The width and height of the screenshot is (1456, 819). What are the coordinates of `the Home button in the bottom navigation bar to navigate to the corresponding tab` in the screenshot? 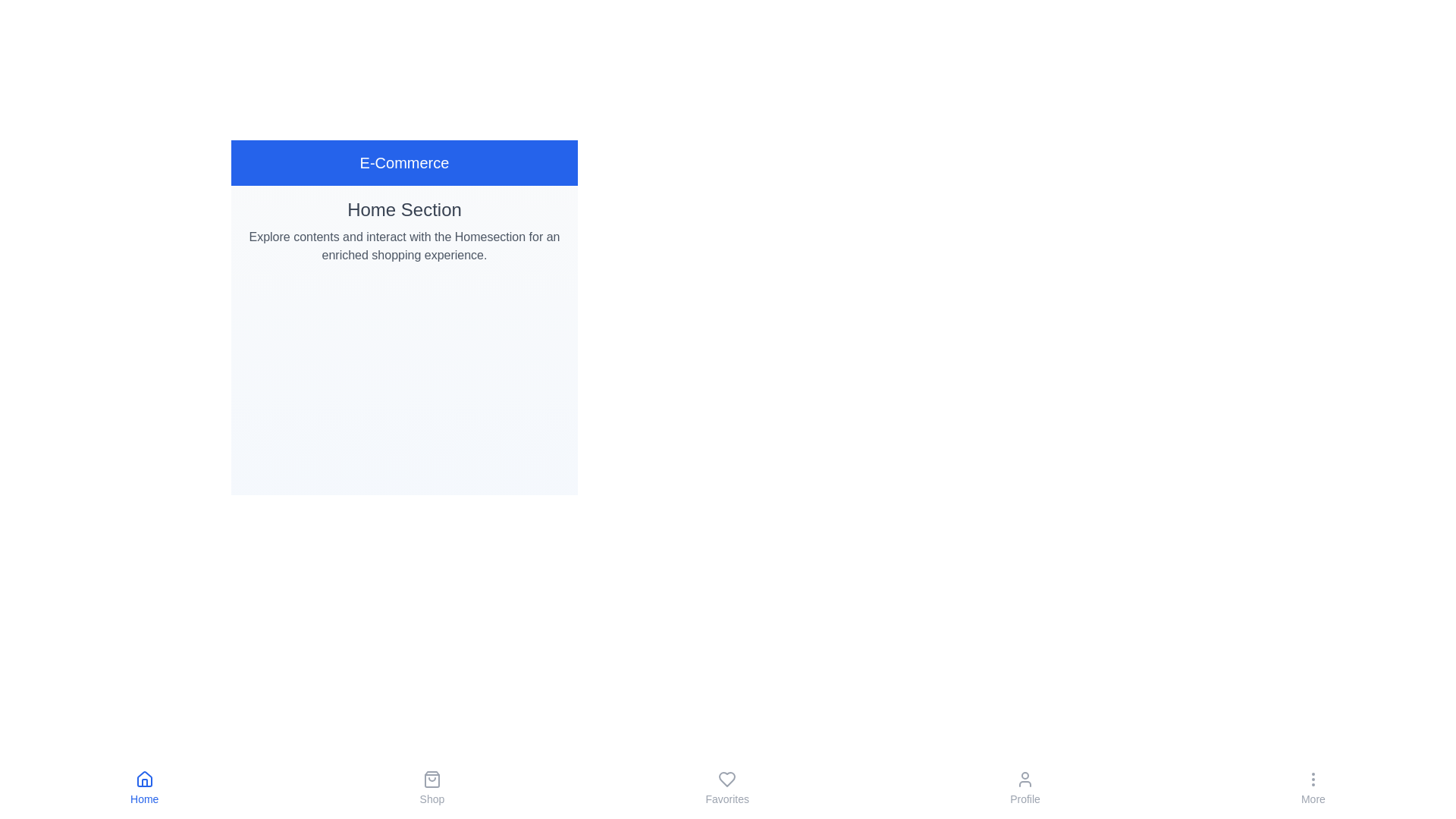 It's located at (144, 788).